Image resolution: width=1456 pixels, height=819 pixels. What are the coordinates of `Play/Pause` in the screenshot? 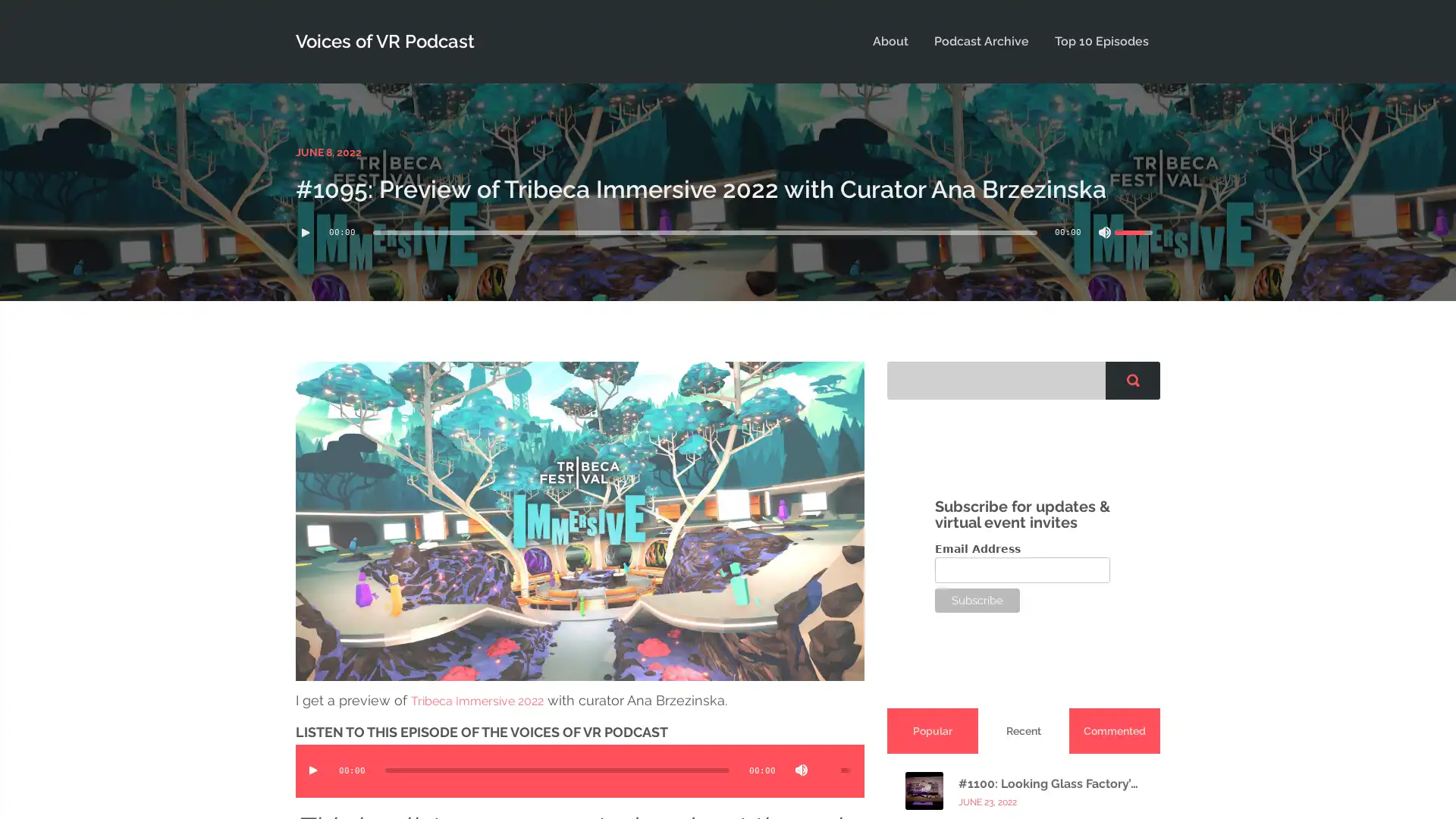 It's located at (305, 231).